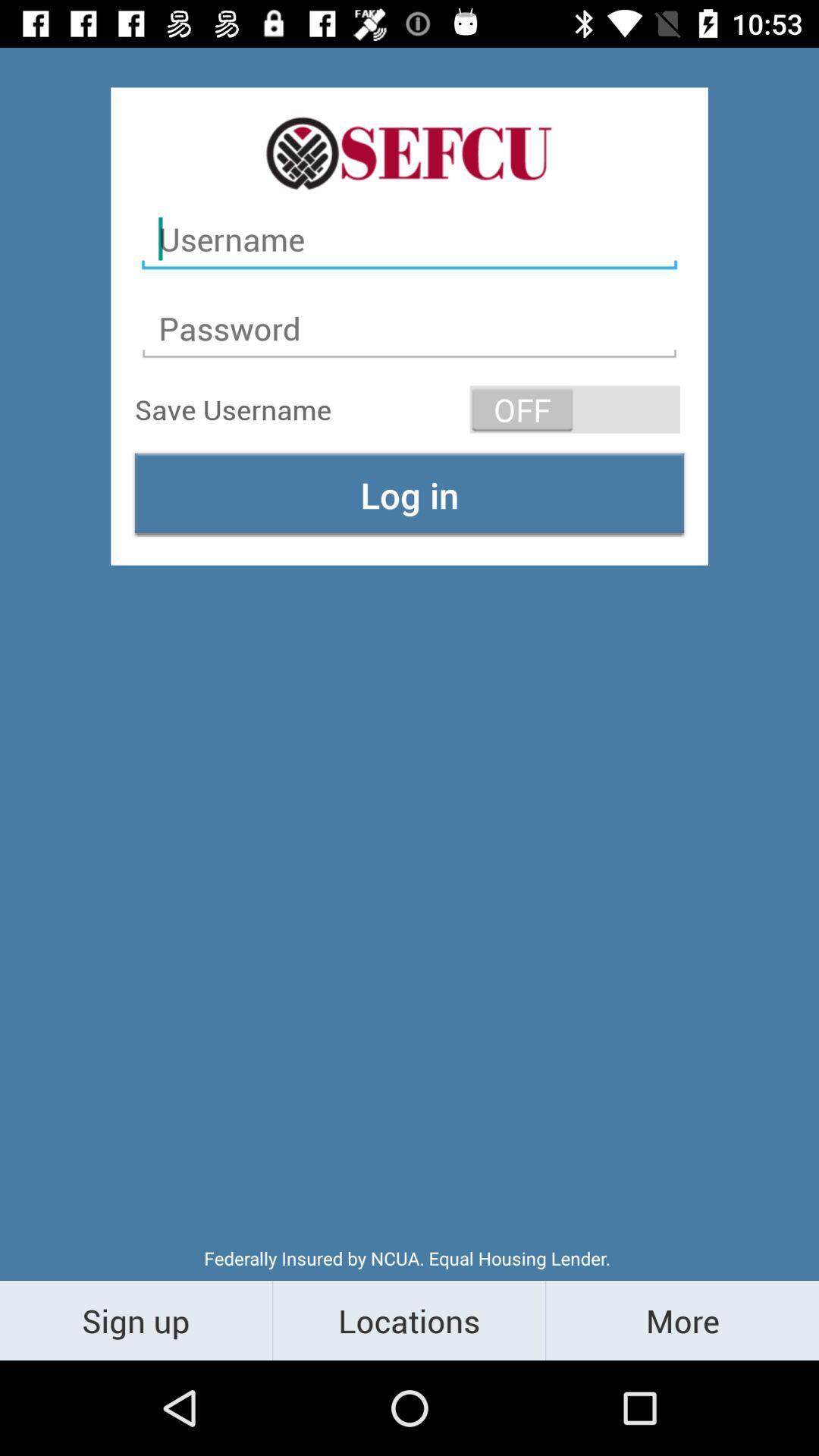 This screenshot has width=819, height=1456. What do you see at coordinates (575, 409) in the screenshot?
I see `item to the right of save username item` at bounding box center [575, 409].